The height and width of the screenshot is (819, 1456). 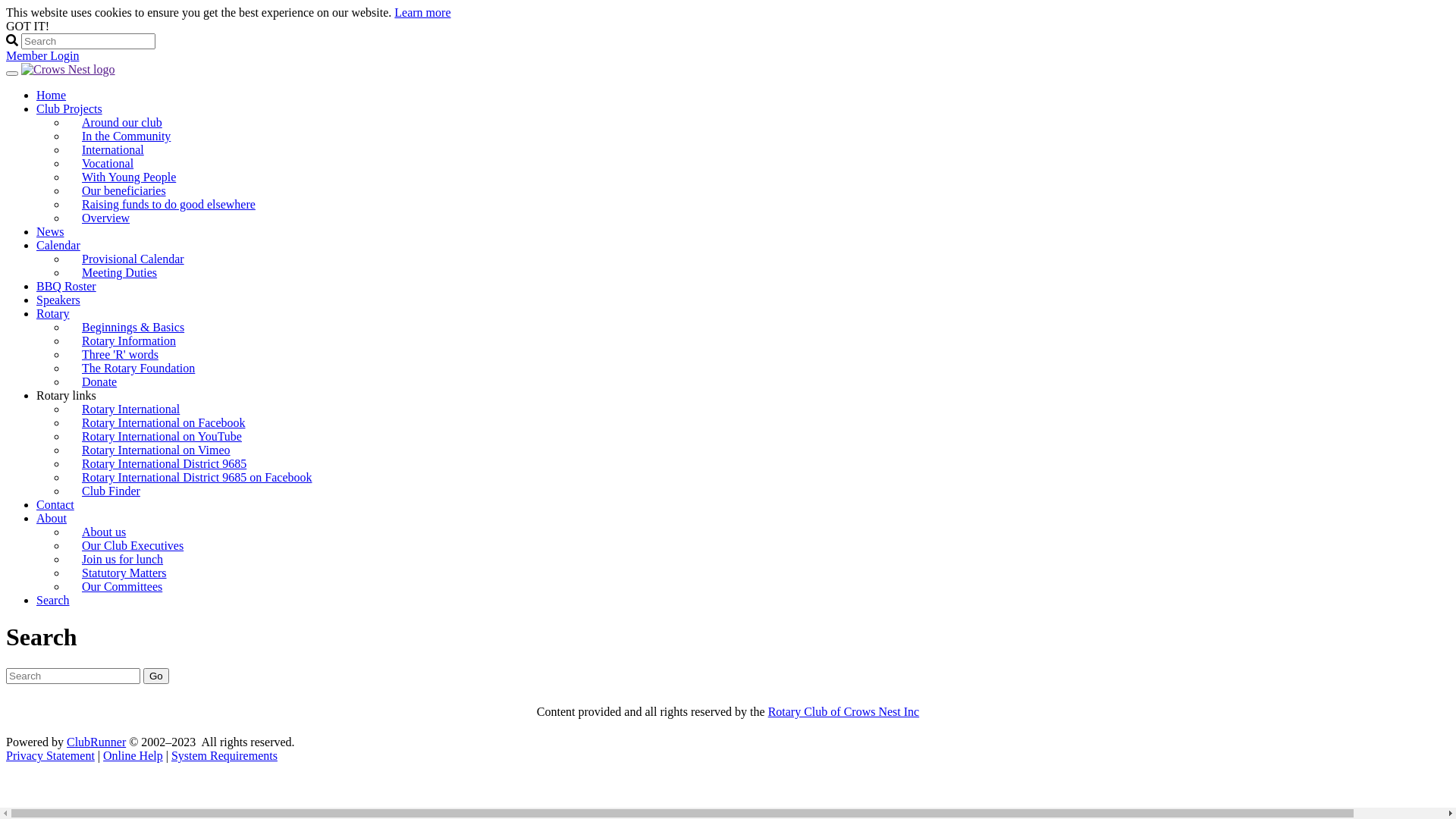 I want to click on 'Our Club Executives', so click(x=65, y=544).